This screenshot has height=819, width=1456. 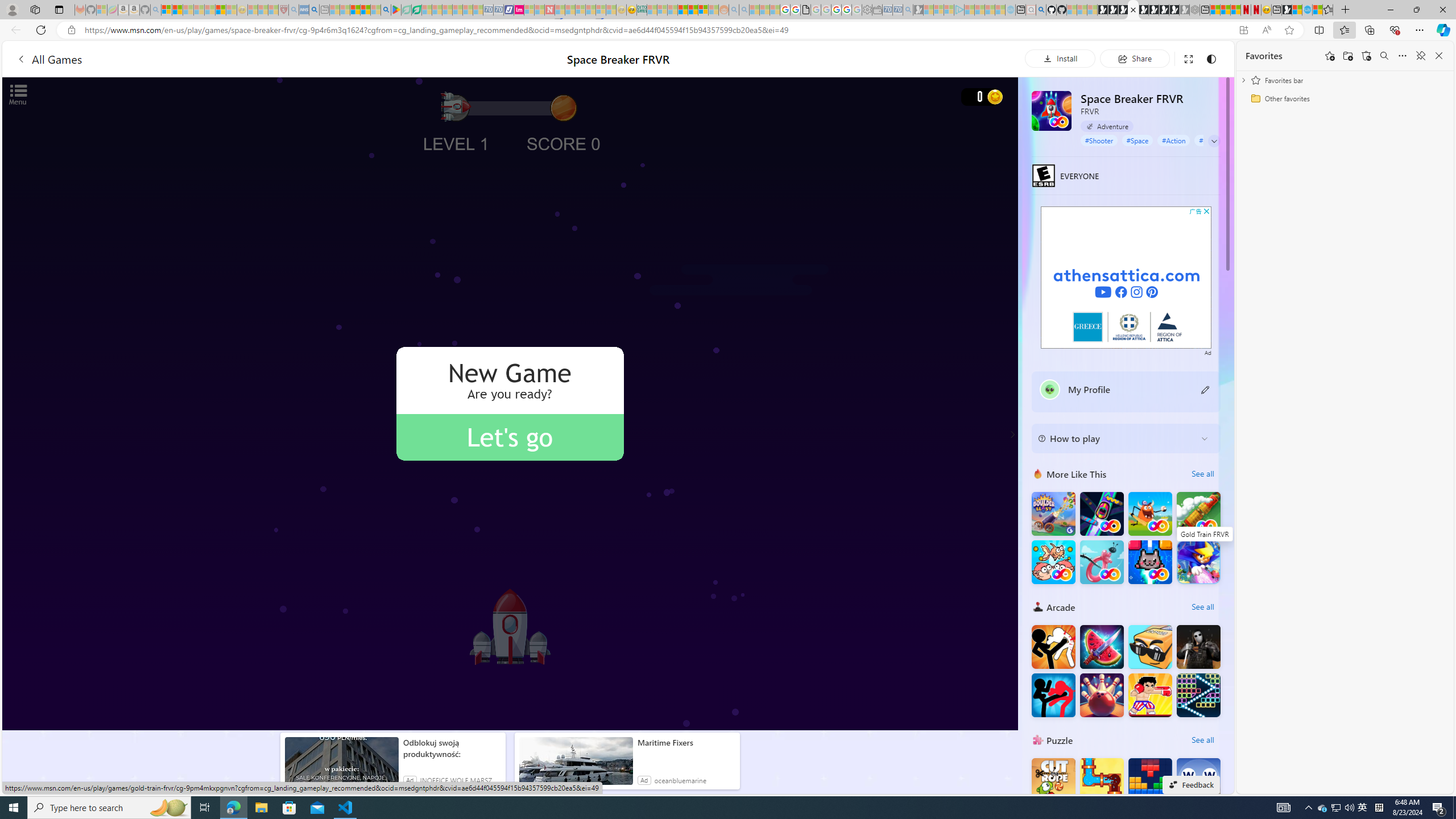 What do you see at coordinates (1198, 646) in the screenshot?
I see `'Hunter Hitman'` at bounding box center [1198, 646].